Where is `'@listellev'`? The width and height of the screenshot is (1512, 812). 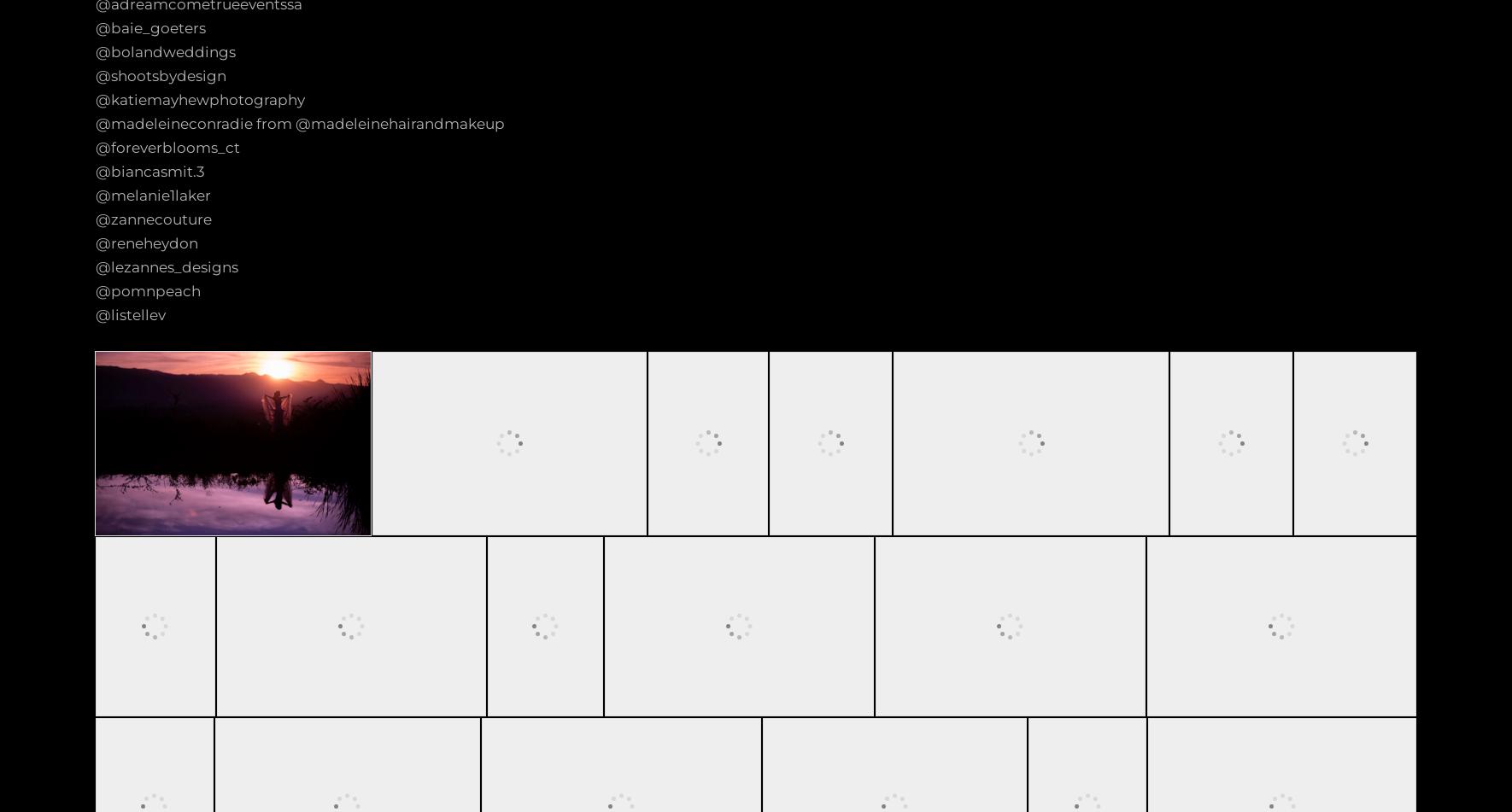
'@listellev' is located at coordinates (130, 314).